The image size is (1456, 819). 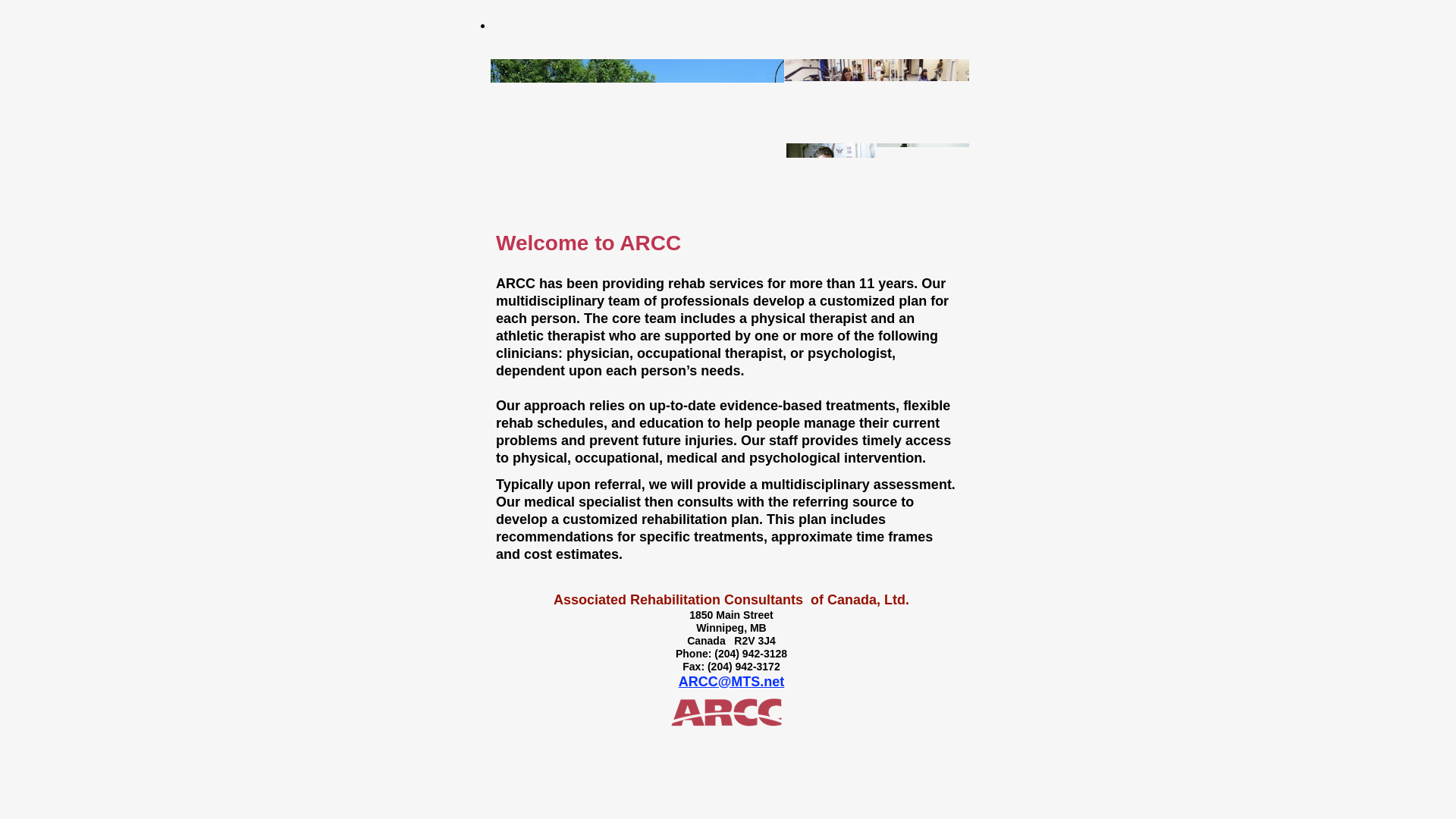 I want to click on 'ARCC@MTS.net', so click(x=677, y=680).